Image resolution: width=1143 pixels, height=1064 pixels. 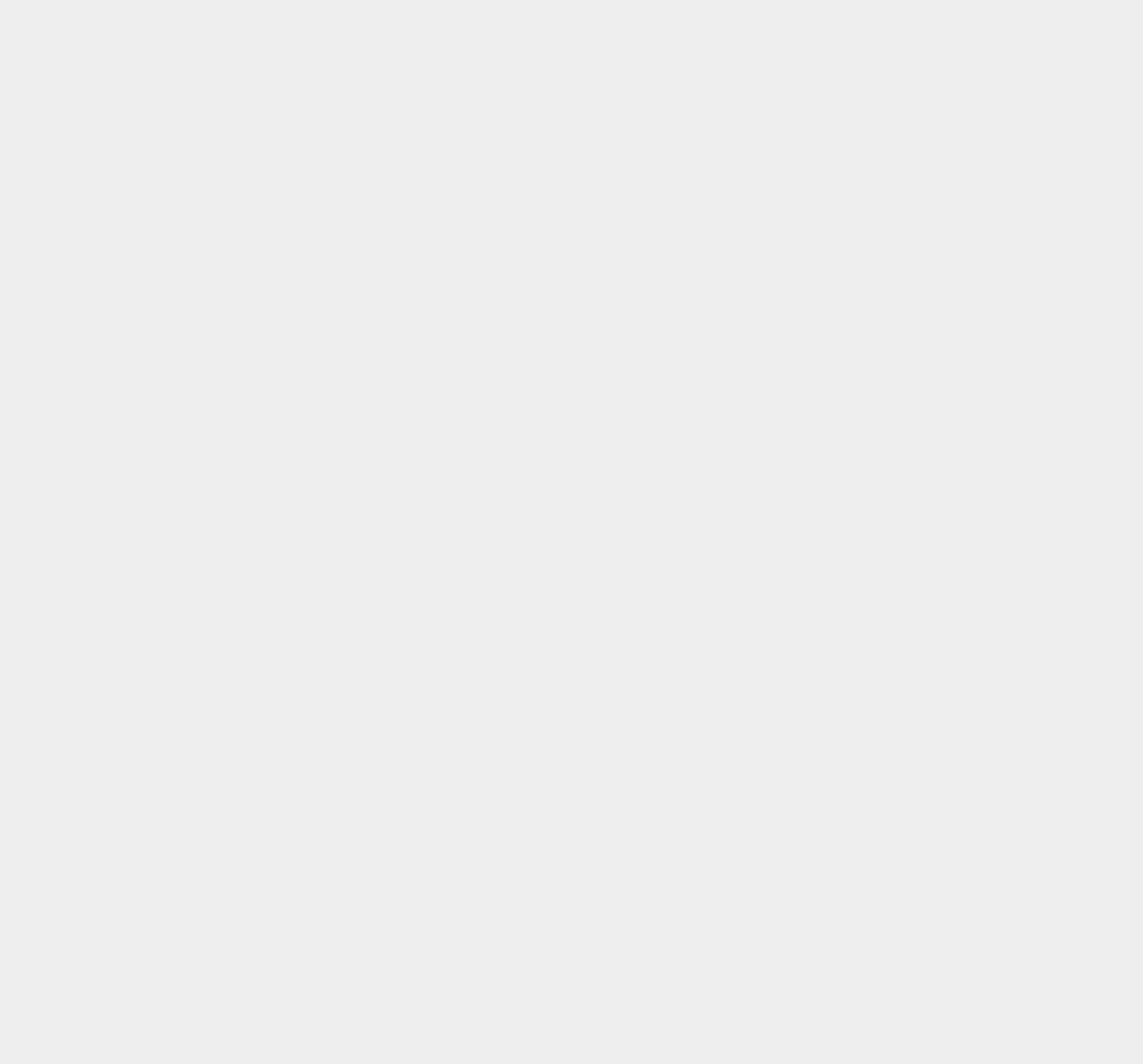 I want to click on 'iGoogle', so click(x=830, y=959).